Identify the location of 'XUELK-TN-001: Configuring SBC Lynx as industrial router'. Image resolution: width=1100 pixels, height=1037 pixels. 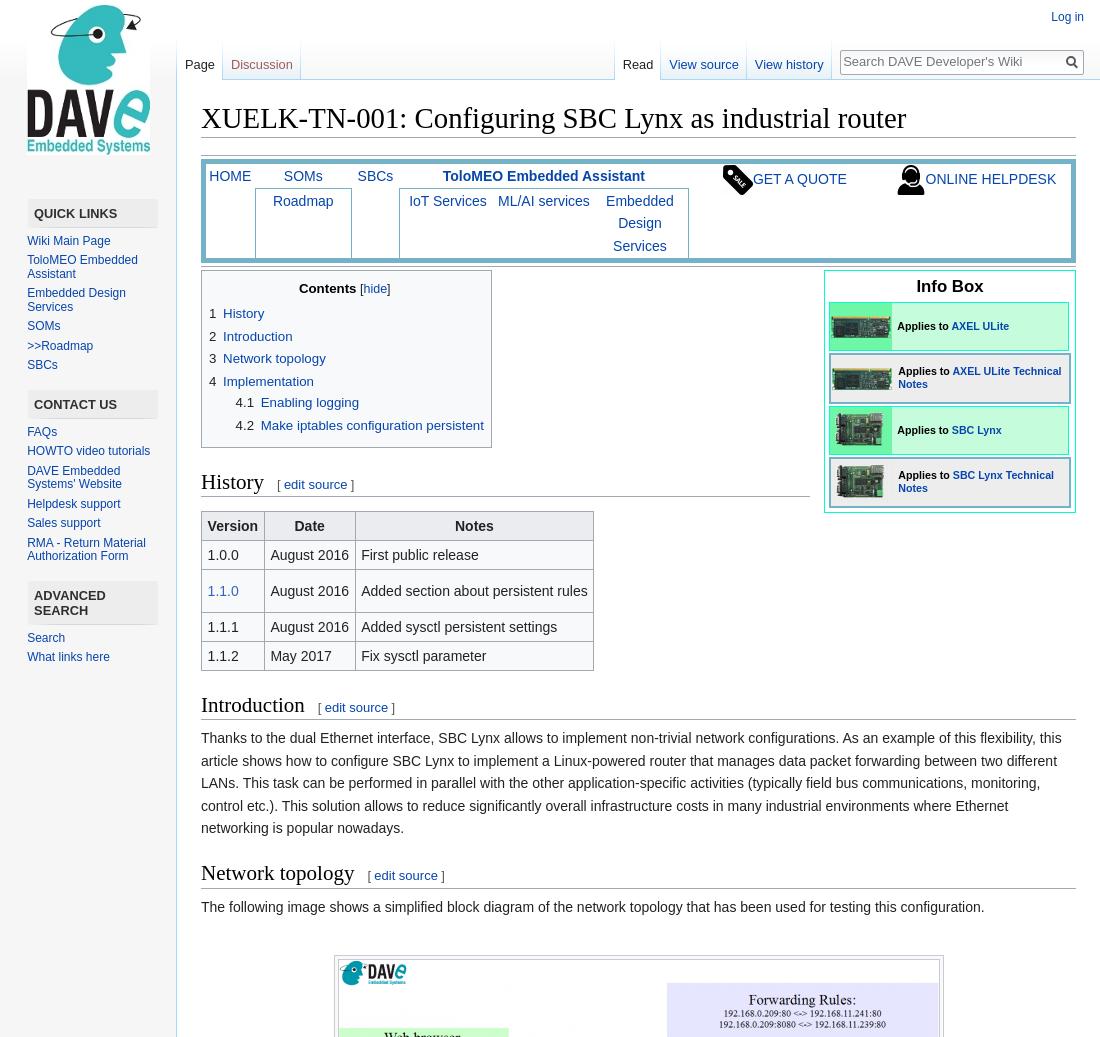
(199, 117).